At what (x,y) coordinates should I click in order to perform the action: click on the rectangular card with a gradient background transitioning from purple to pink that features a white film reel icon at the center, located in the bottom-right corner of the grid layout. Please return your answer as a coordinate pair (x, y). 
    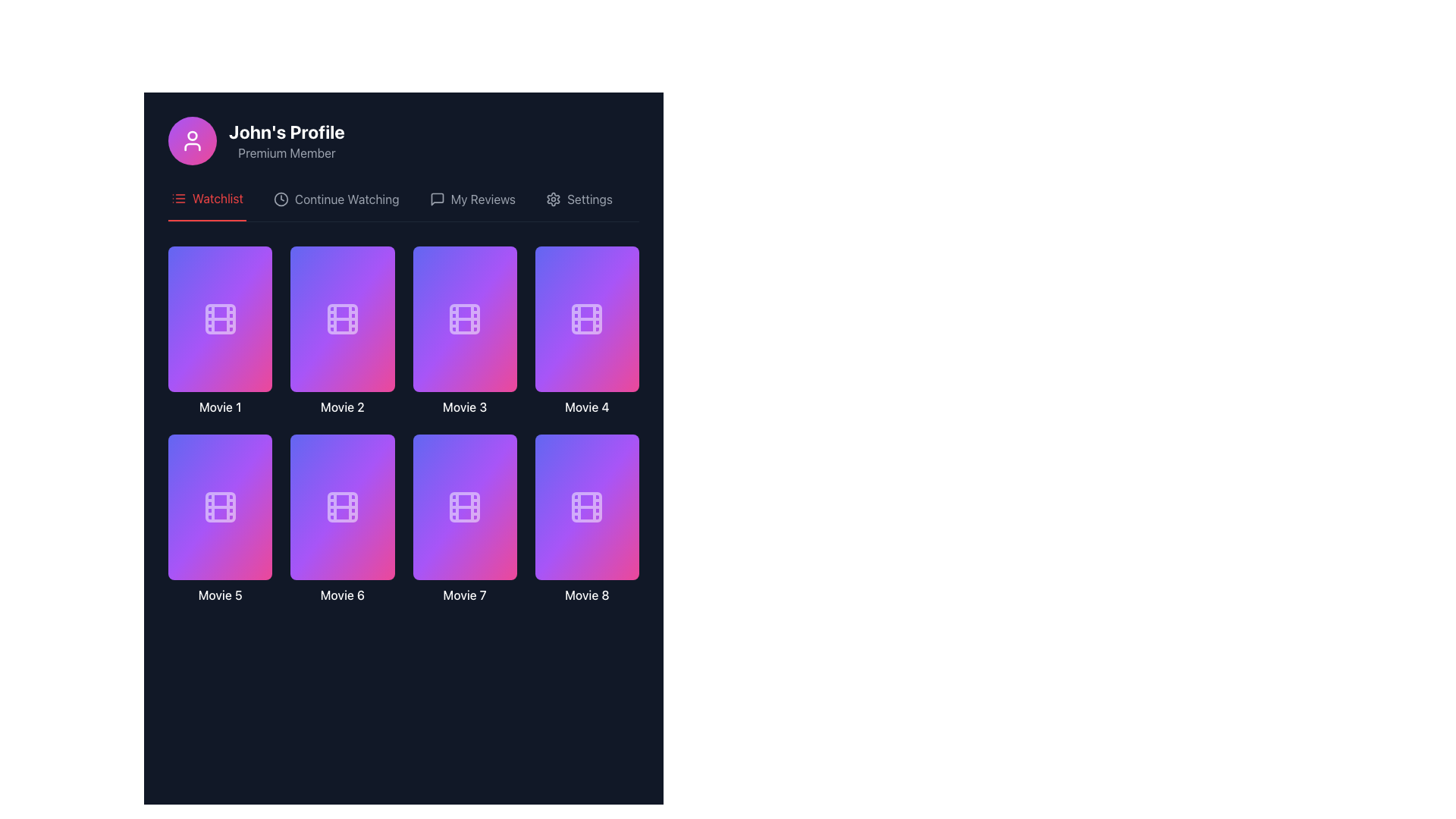
    Looking at the image, I should click on (586, 519).